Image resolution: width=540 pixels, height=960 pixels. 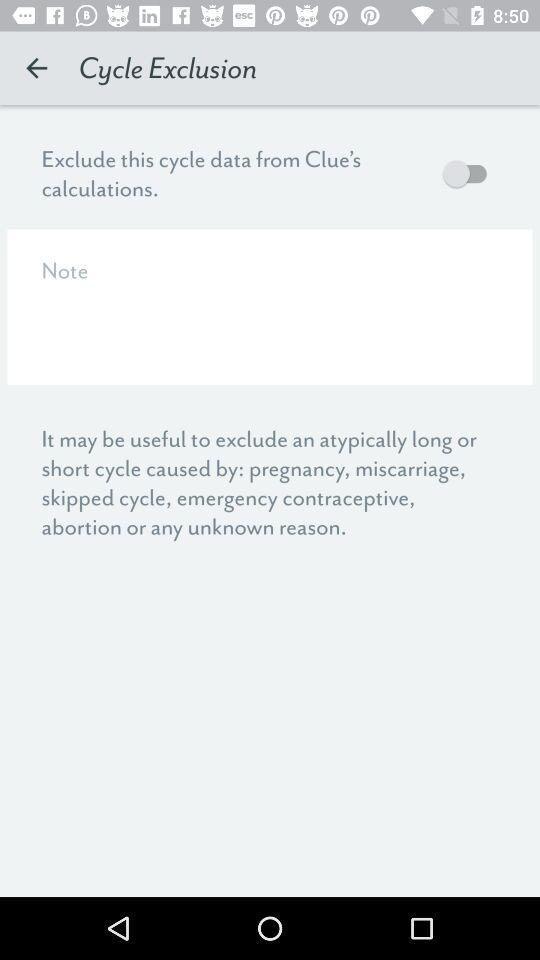 I want to click on data exclusion for this cycle, so click(x=469, y=172).